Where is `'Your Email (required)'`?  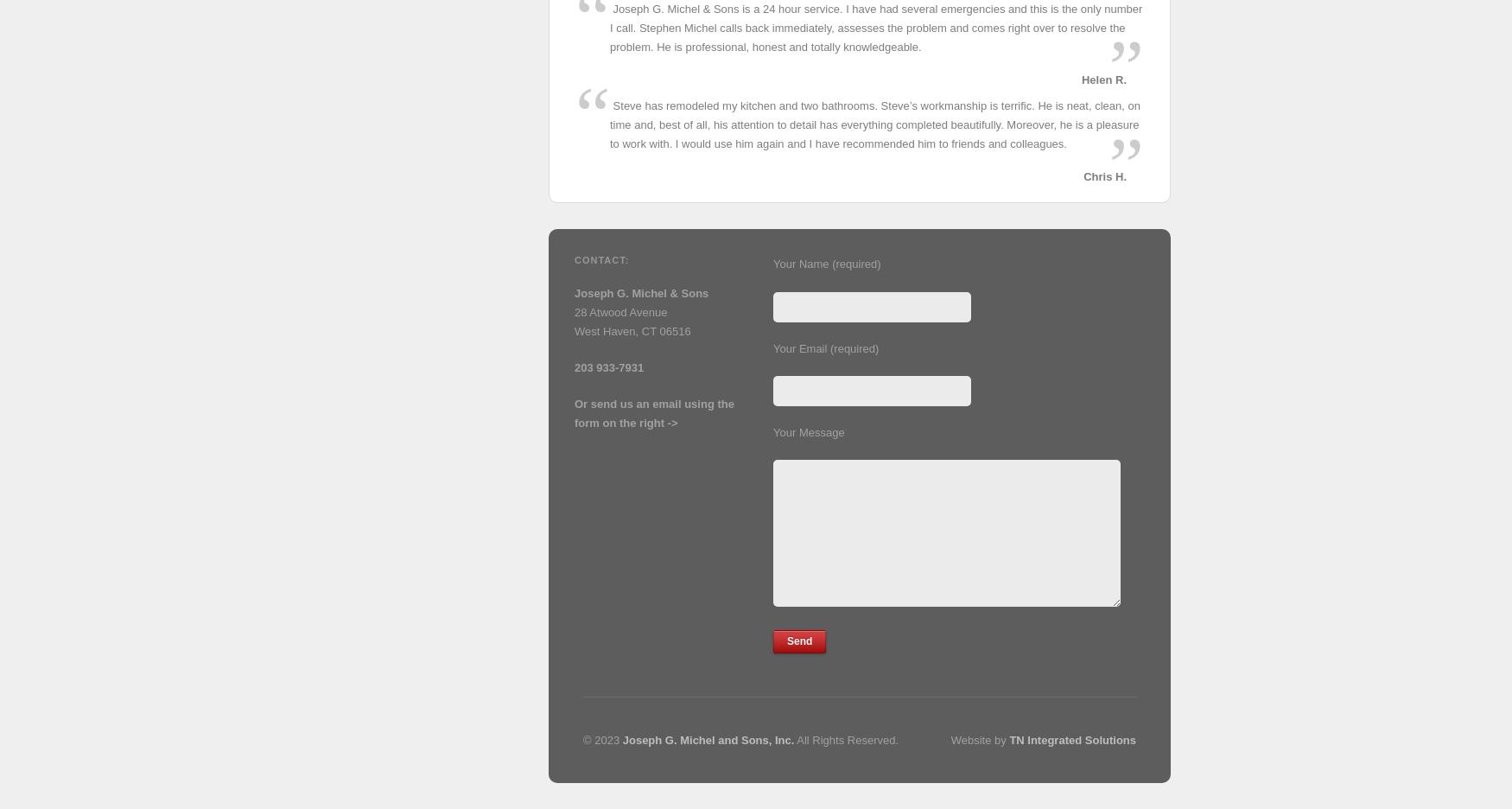 'Your Email (required)' is located at coordinates (826, 347).